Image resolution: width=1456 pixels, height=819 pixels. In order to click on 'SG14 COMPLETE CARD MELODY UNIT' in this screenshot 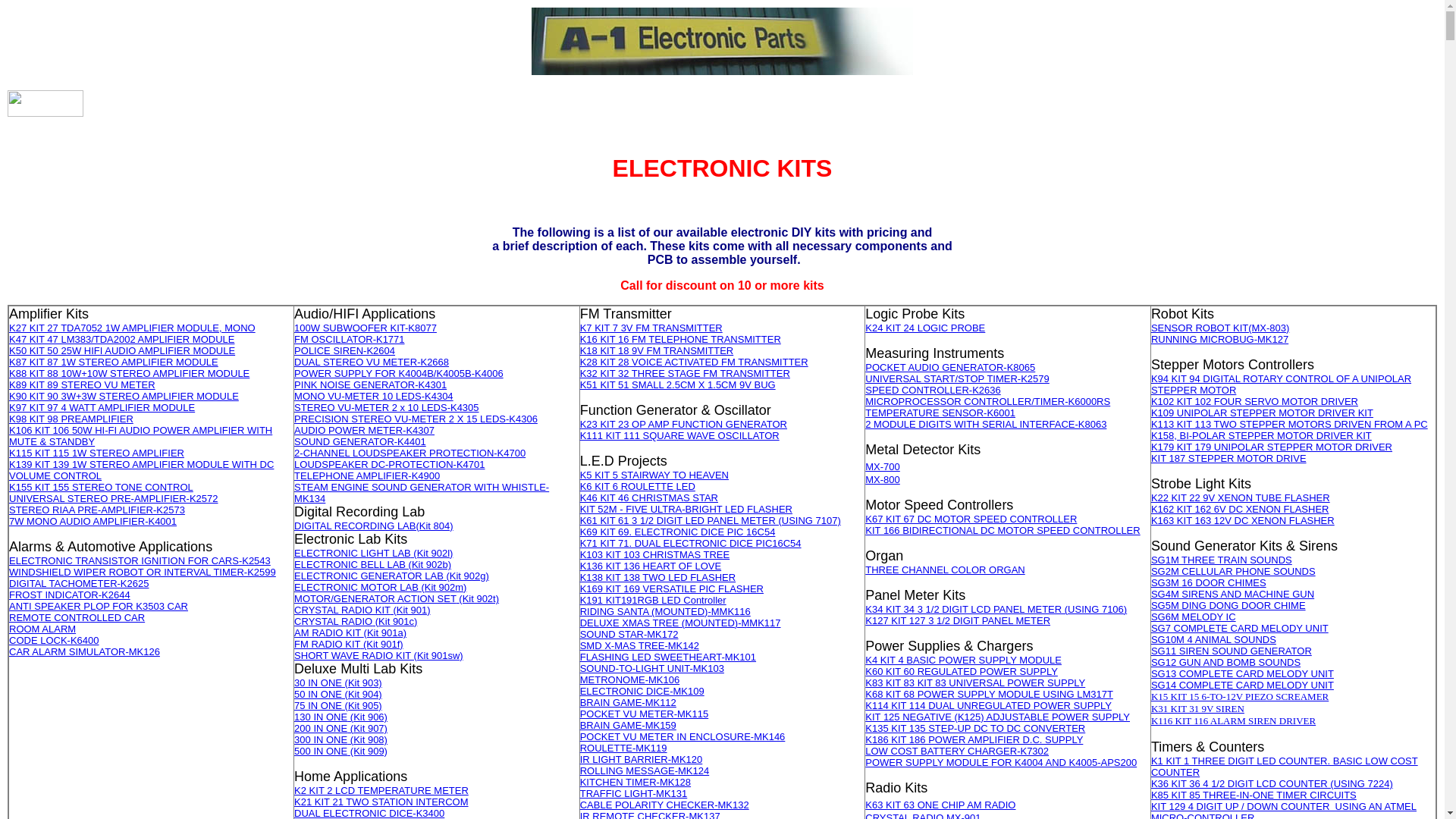, I will do `click(1242, 685)`.